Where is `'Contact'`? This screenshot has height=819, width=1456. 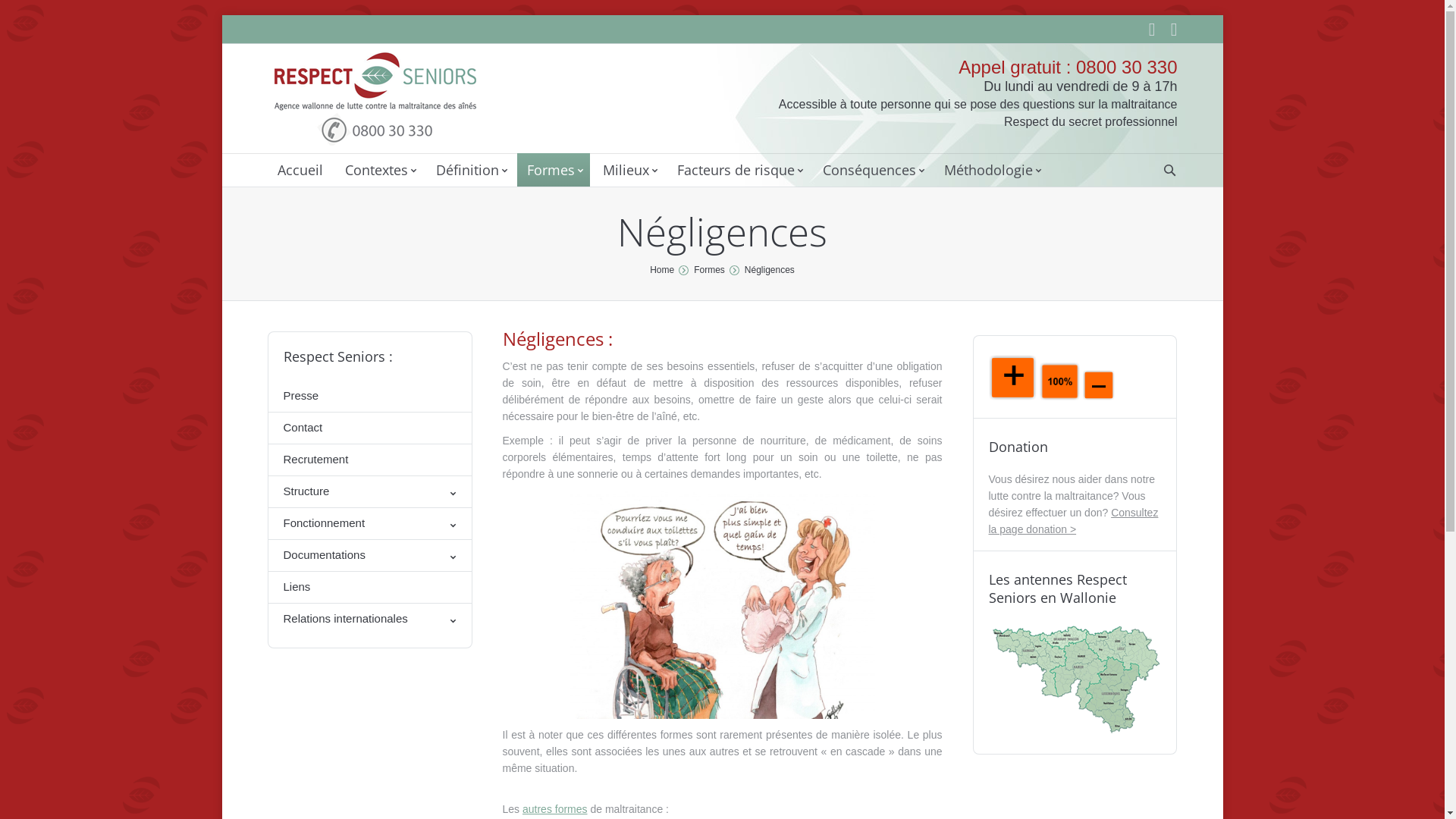 'Contact' is located at coordinates (268, 428).